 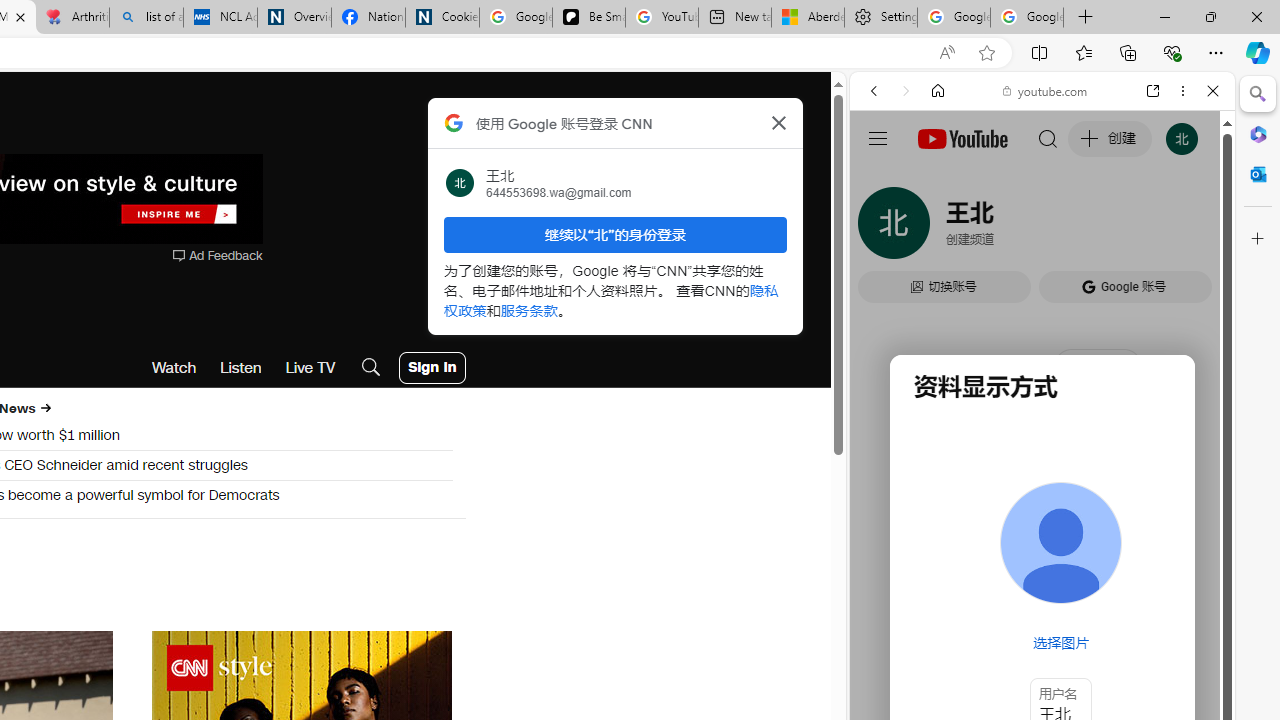 I want to click on 'Search Filter, WEB', so click(x=881, y=227).